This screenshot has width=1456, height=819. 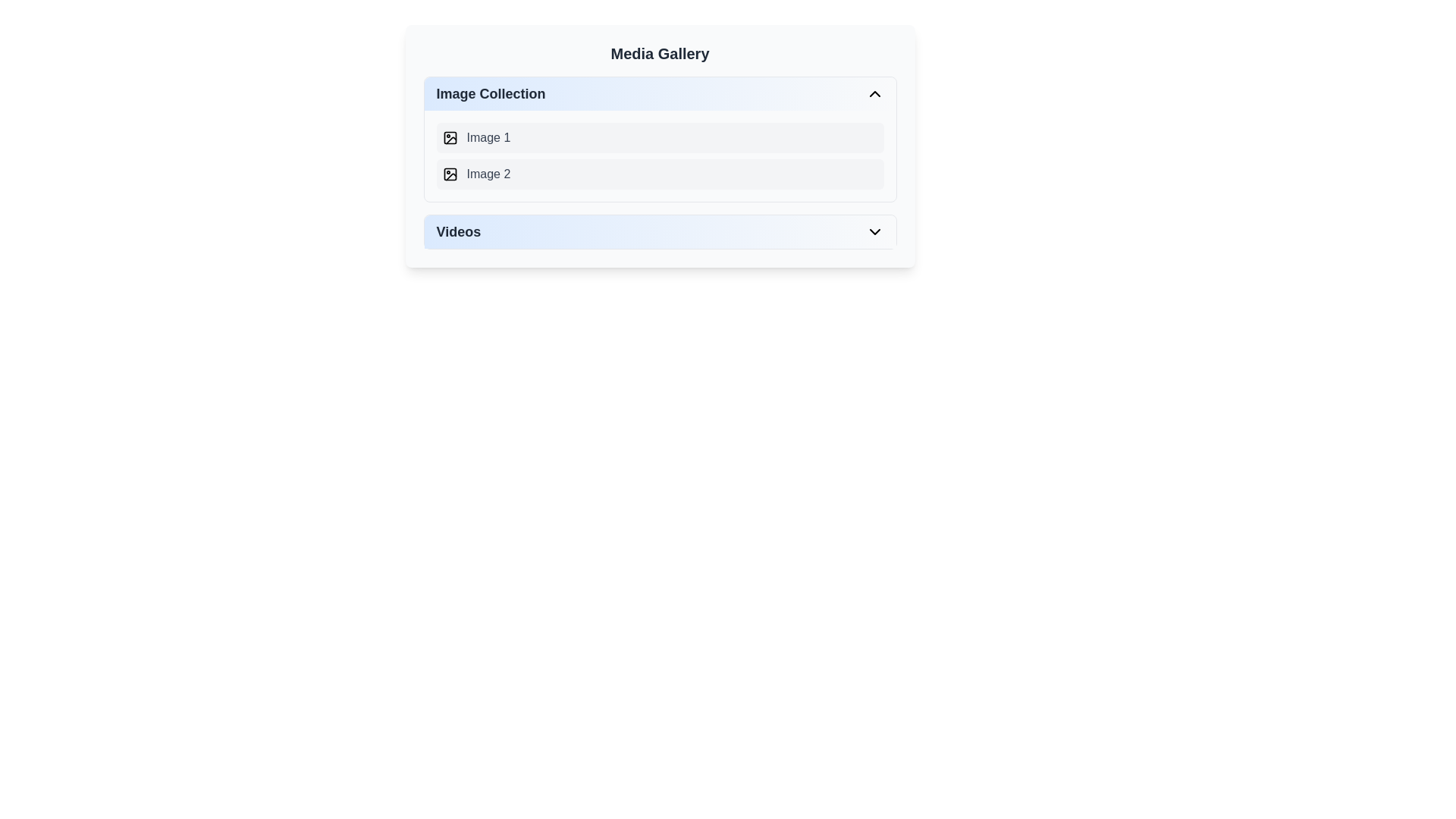 I want to click on the 'Media Gallery' text header, which is a large, bold header positioned at the top of the media gallery interface, so click(x=660, y=52).